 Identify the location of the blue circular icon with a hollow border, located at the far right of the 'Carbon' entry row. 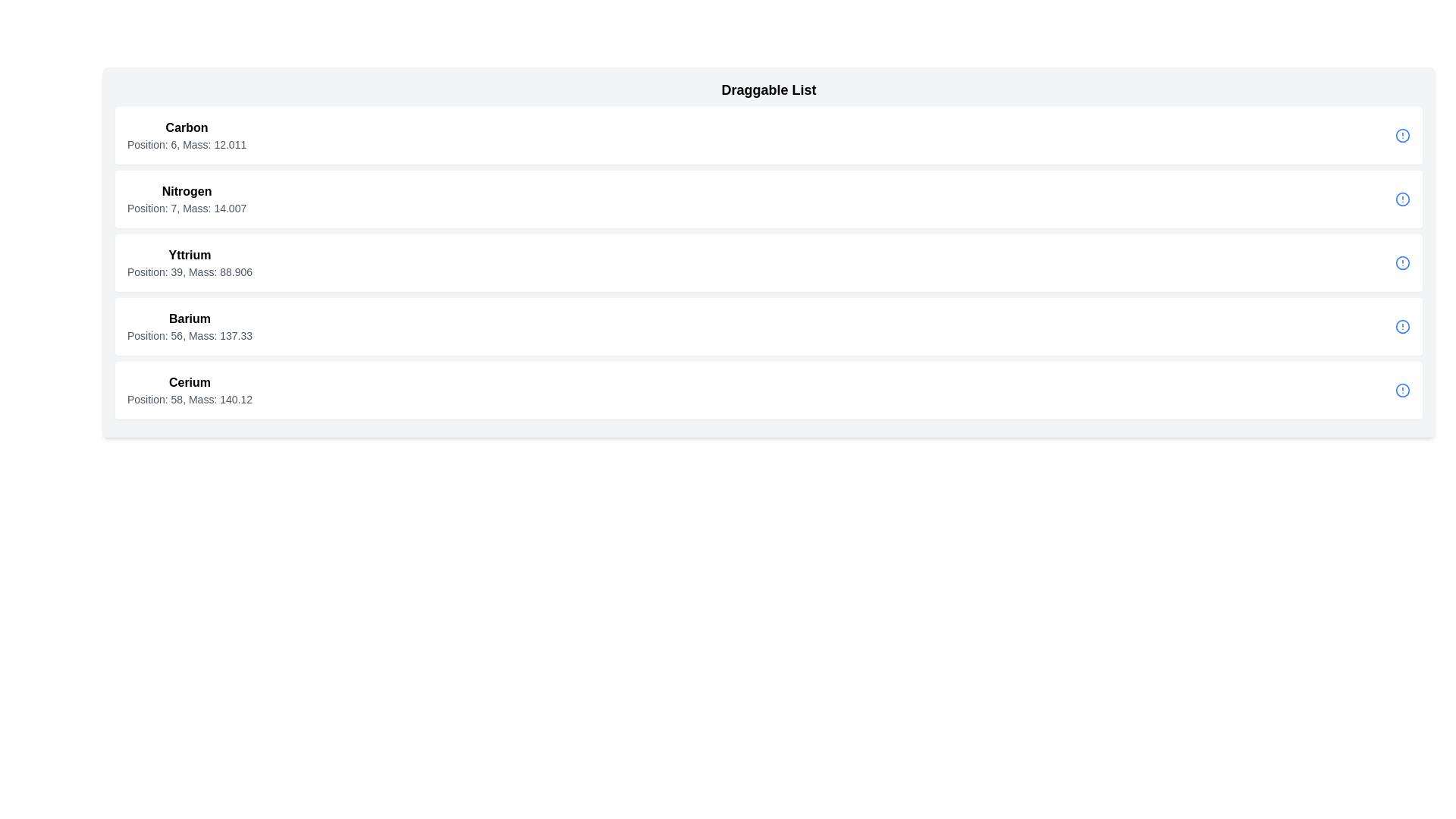
(1401, 134).